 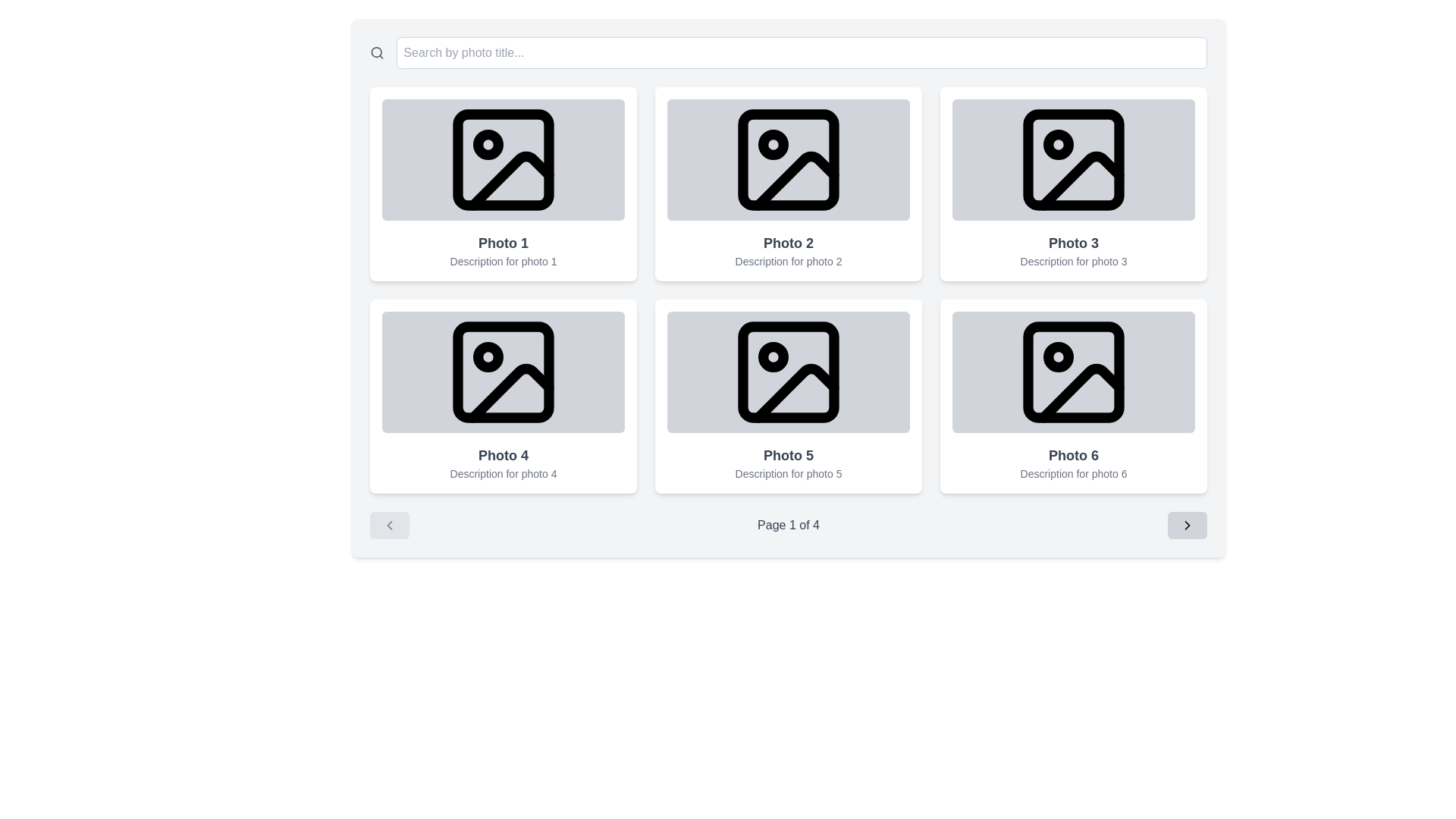 I want to click on the small circular shape located inside the image placeholder of the 'Photo 1' card in the upper left quadrant, so click(x=488, y=145).